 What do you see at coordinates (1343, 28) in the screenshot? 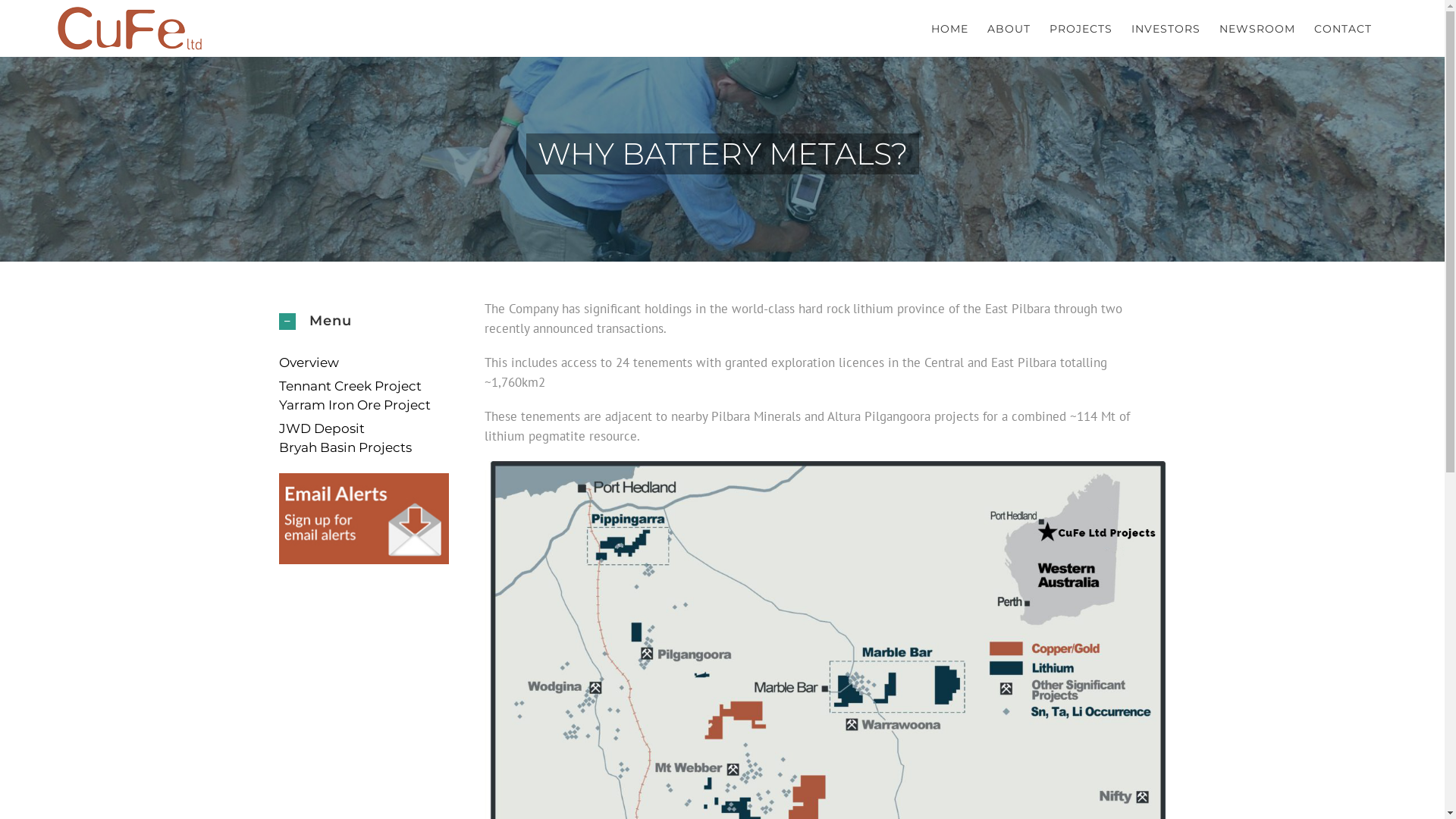
I see `'CONTACT'` at bounding box center [1343, 28].